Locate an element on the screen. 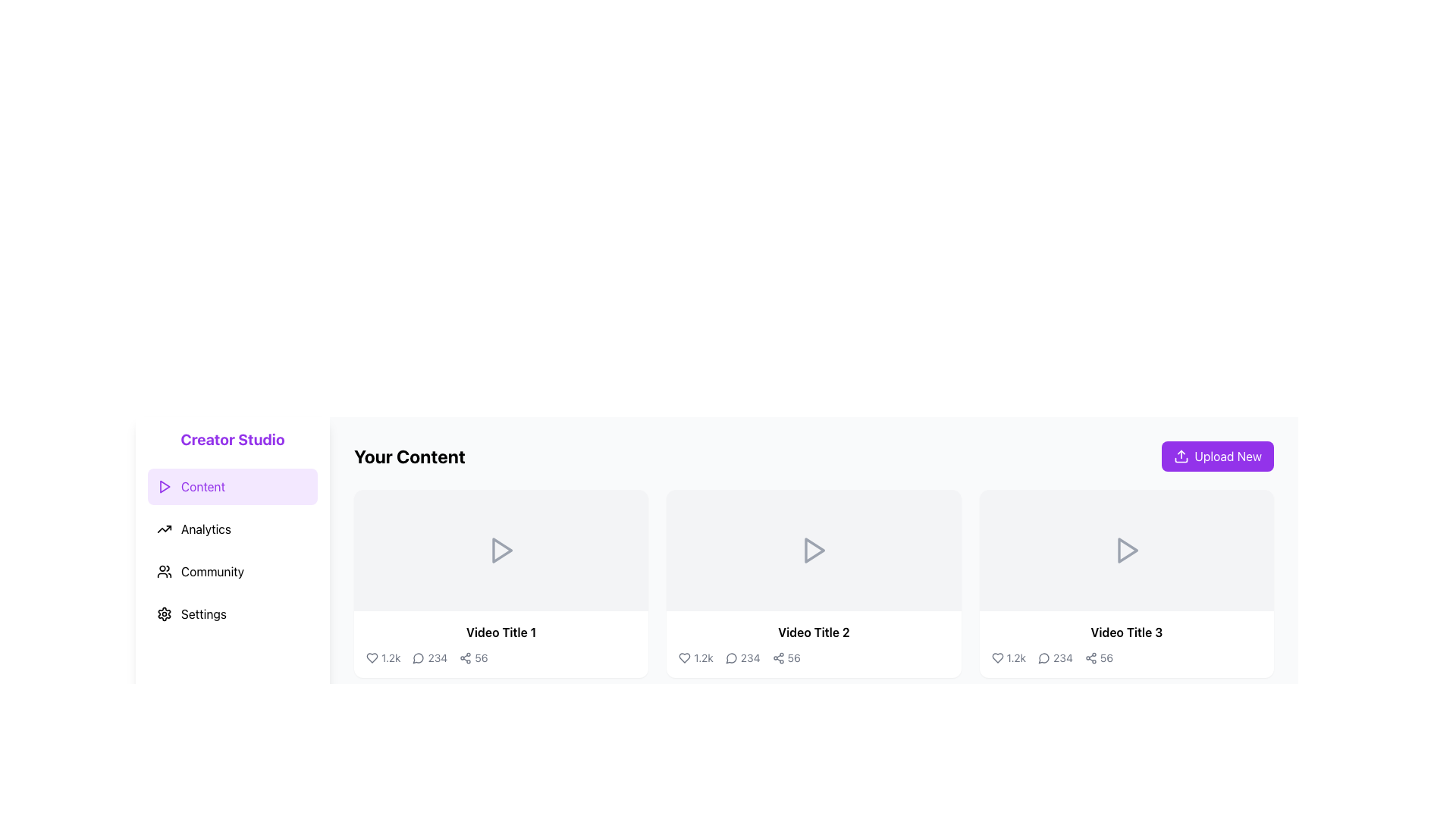 This screenshot has height=819, width=1456. the Interactive Thumbnail element, which features a centered play icon and is located at the top left of the card layout under 'Your Content' is located at coordinates (501, 550).